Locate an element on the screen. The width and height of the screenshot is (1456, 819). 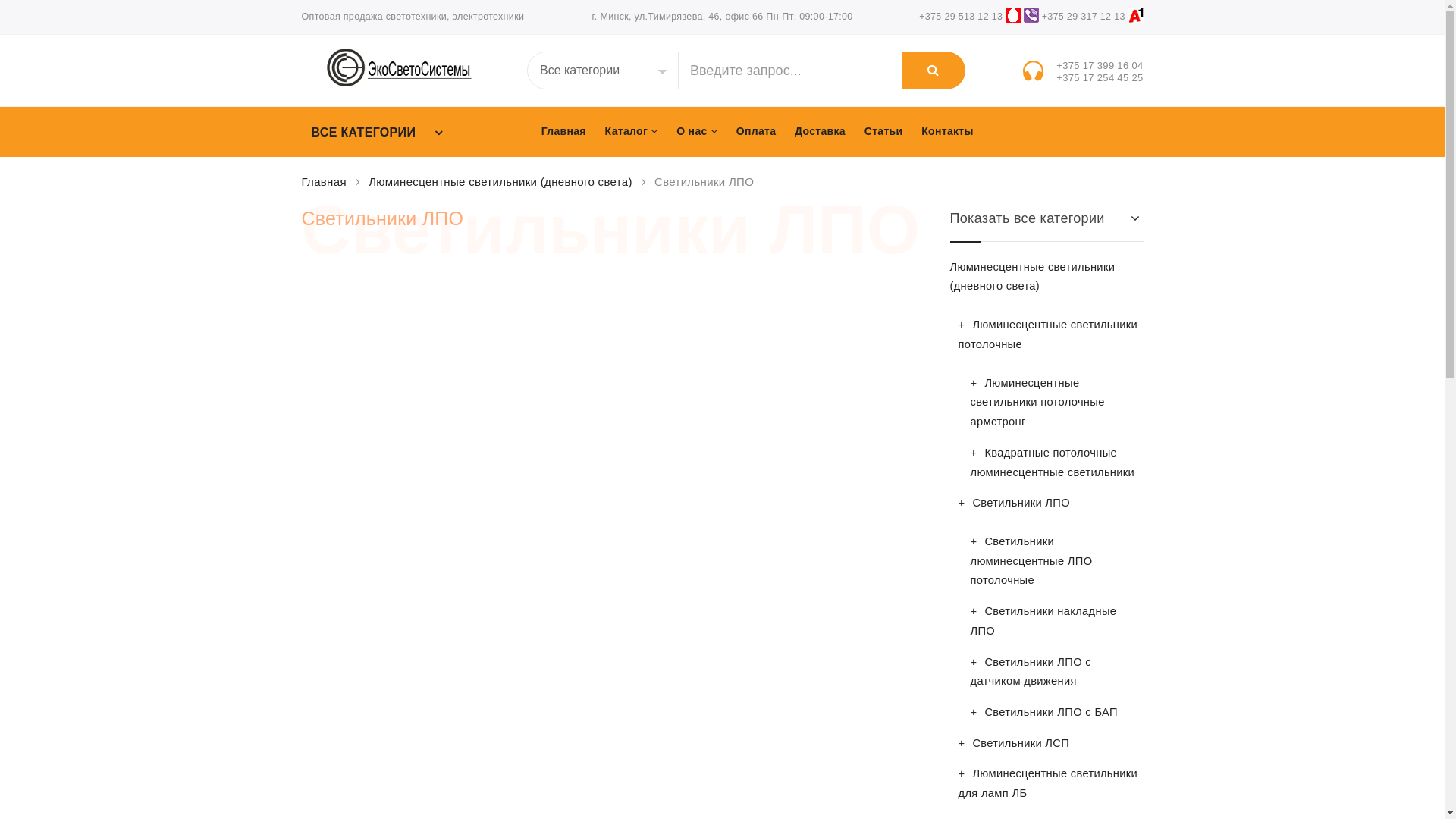
'+375 29 513 12 13' is located at coordinates (918, 17).